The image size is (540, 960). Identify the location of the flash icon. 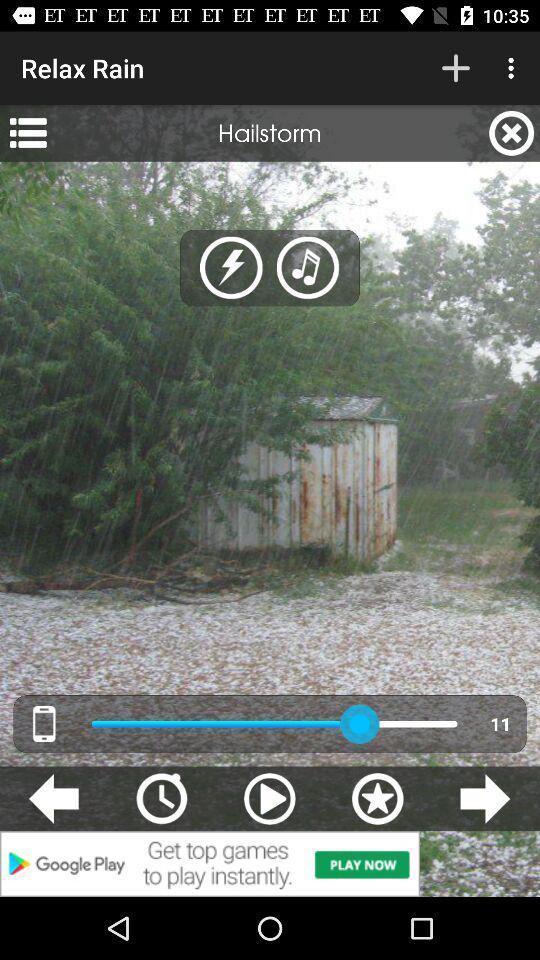
(230, 267).